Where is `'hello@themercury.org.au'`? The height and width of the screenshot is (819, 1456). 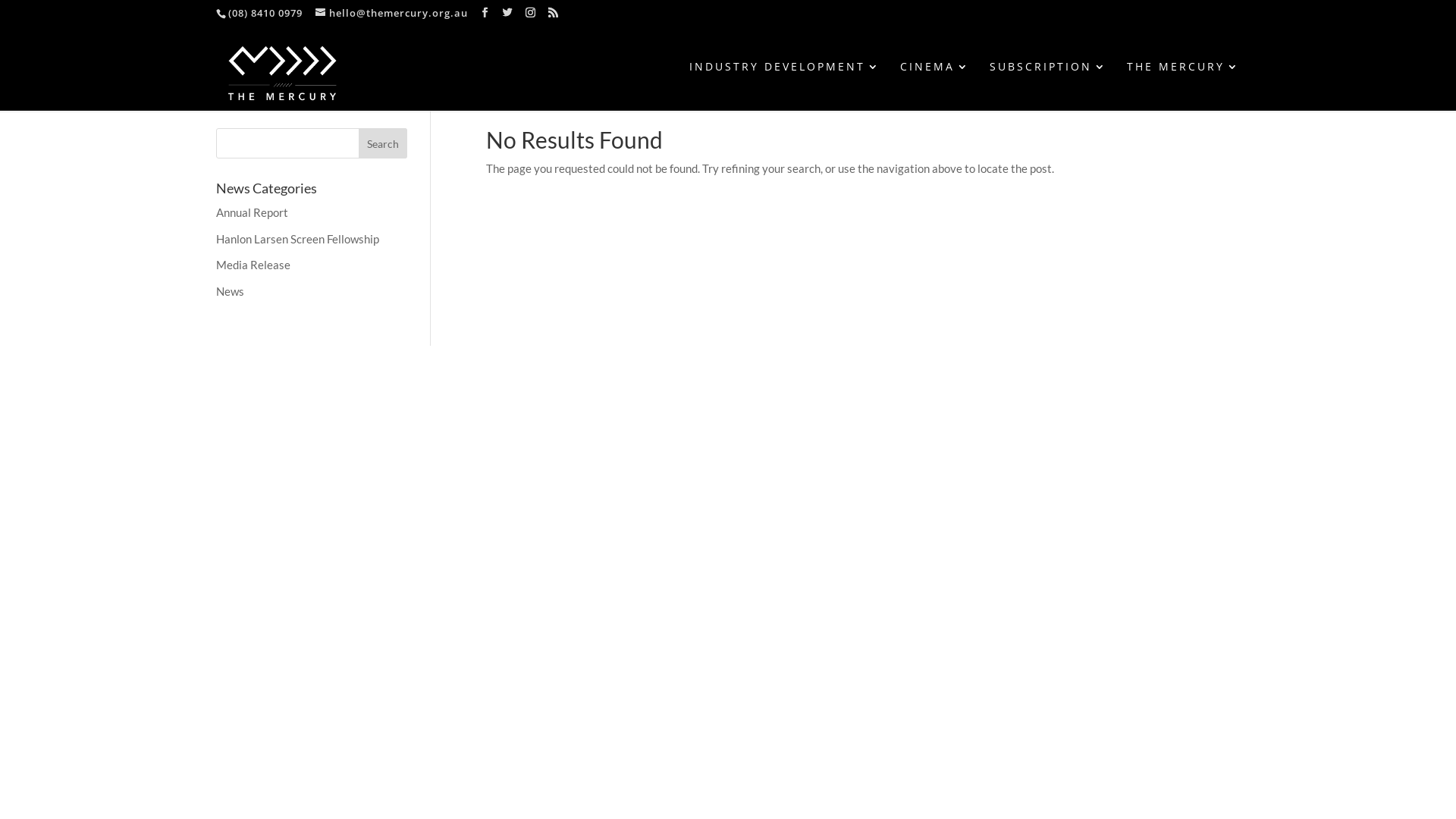 'hello@themercury.org.au' is located at coordinates (391, 12).